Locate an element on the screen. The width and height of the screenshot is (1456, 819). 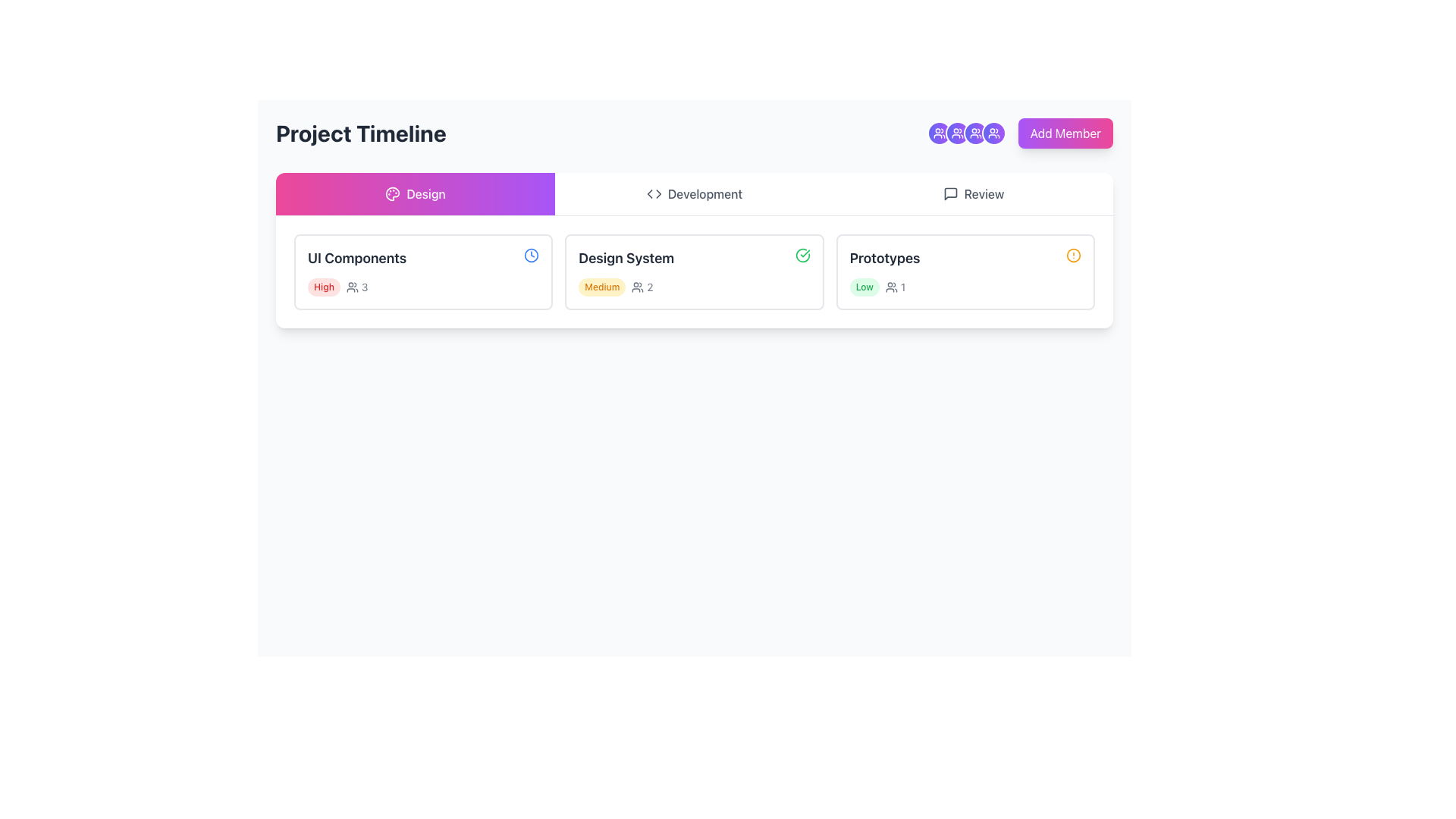
the inner circular part of the yellow alert icon adjacent to the 'Prototypes' section in the rightmost card of the Design stage view is located at coordinates (1073, 254).